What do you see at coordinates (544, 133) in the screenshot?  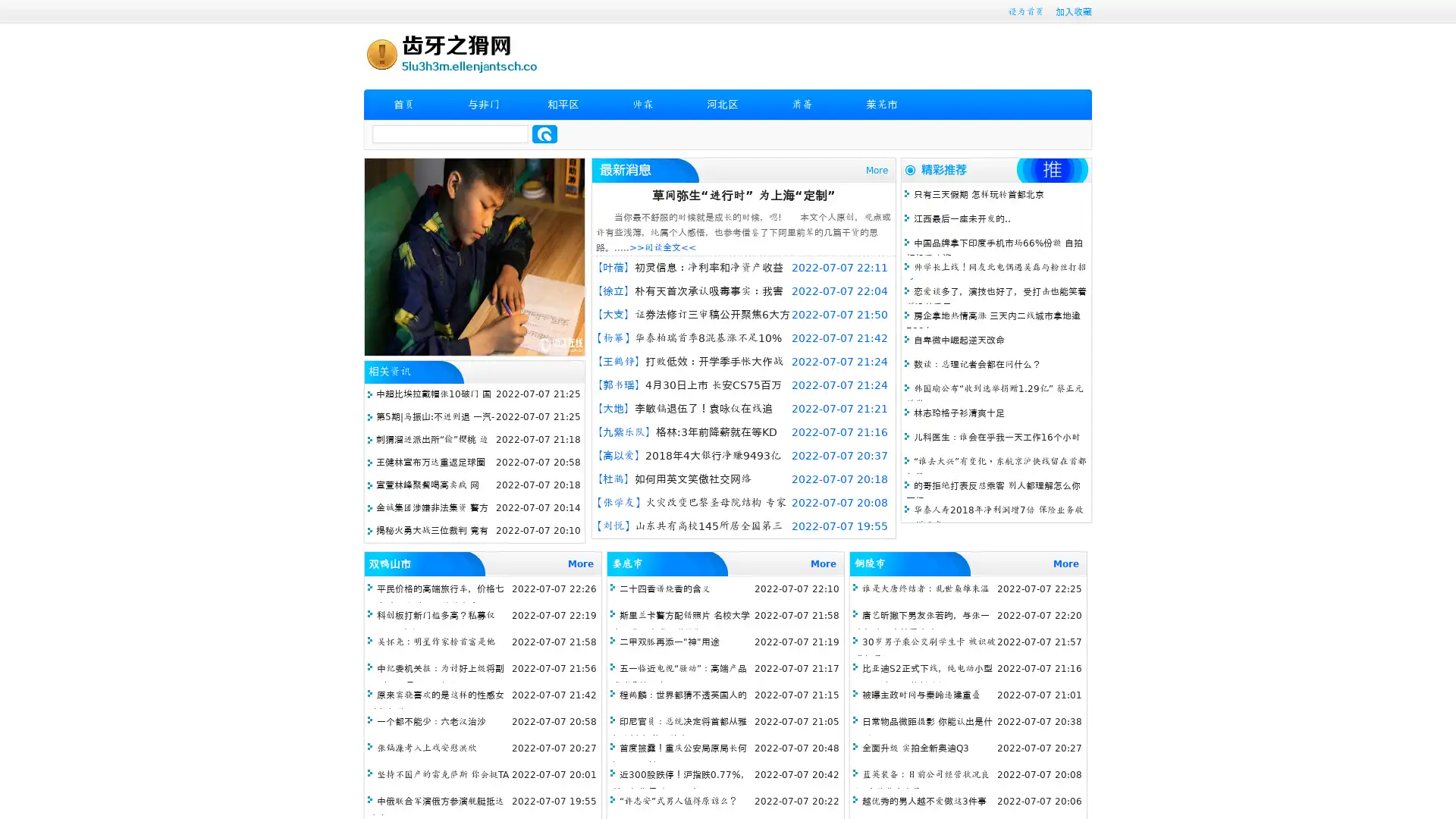 I see `Search` at bounding box center [544, 133].